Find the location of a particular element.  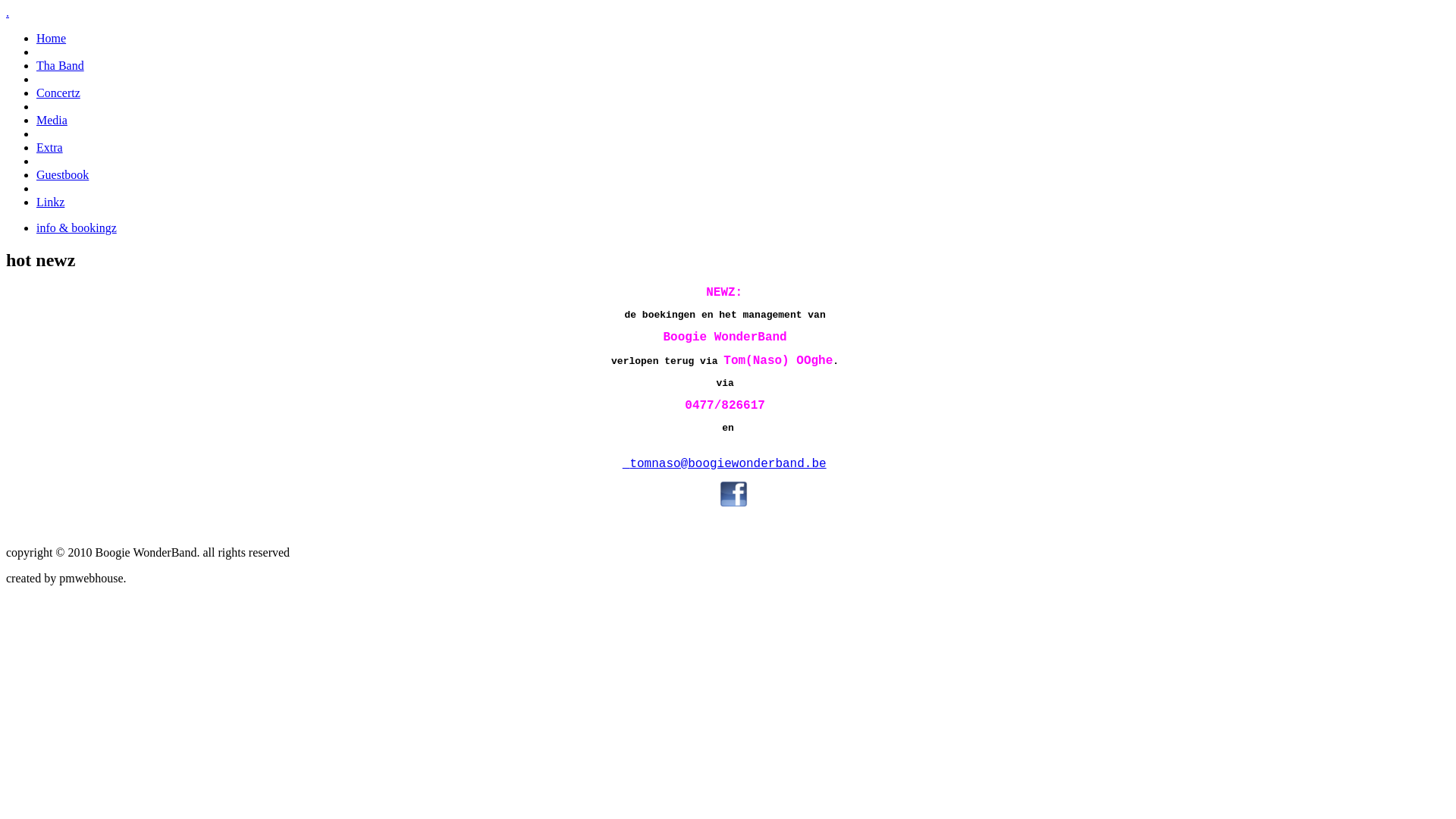

'info & bookingz' is located at coordinates (75, 227).